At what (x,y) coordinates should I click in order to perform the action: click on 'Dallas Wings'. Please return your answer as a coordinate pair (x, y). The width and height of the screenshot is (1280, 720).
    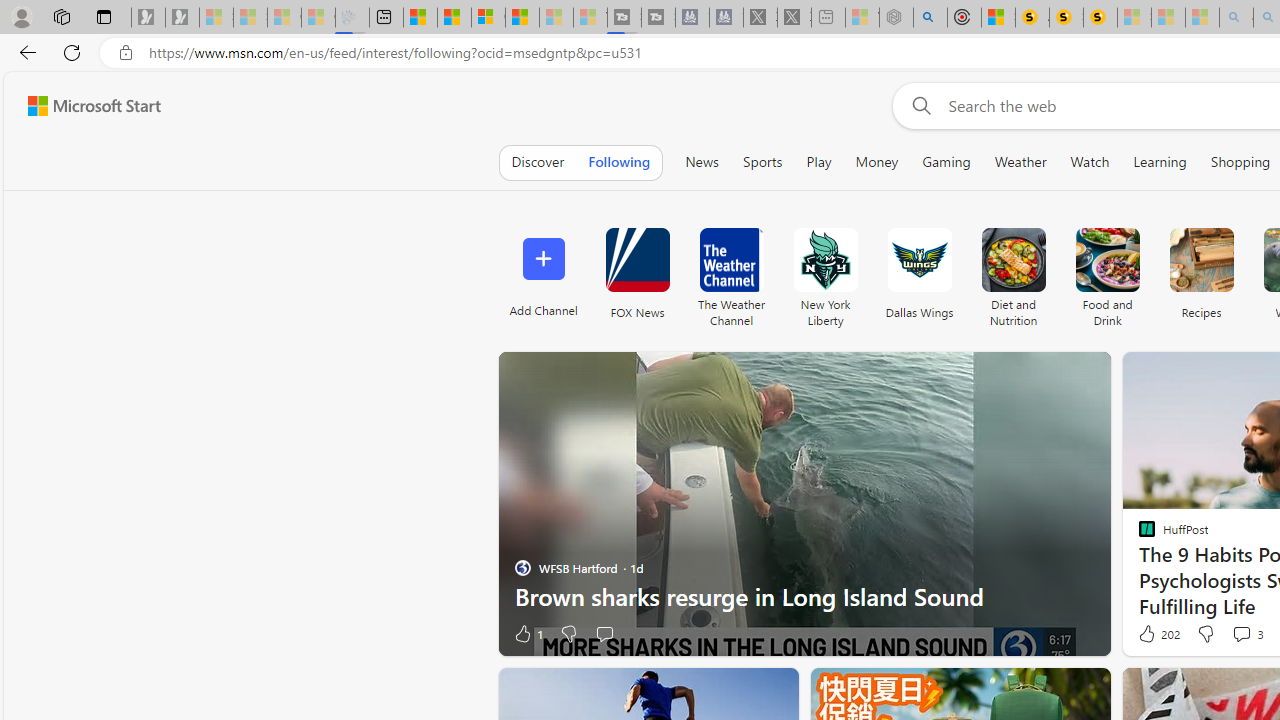
    Looking at the image, I should click on (918, 272).